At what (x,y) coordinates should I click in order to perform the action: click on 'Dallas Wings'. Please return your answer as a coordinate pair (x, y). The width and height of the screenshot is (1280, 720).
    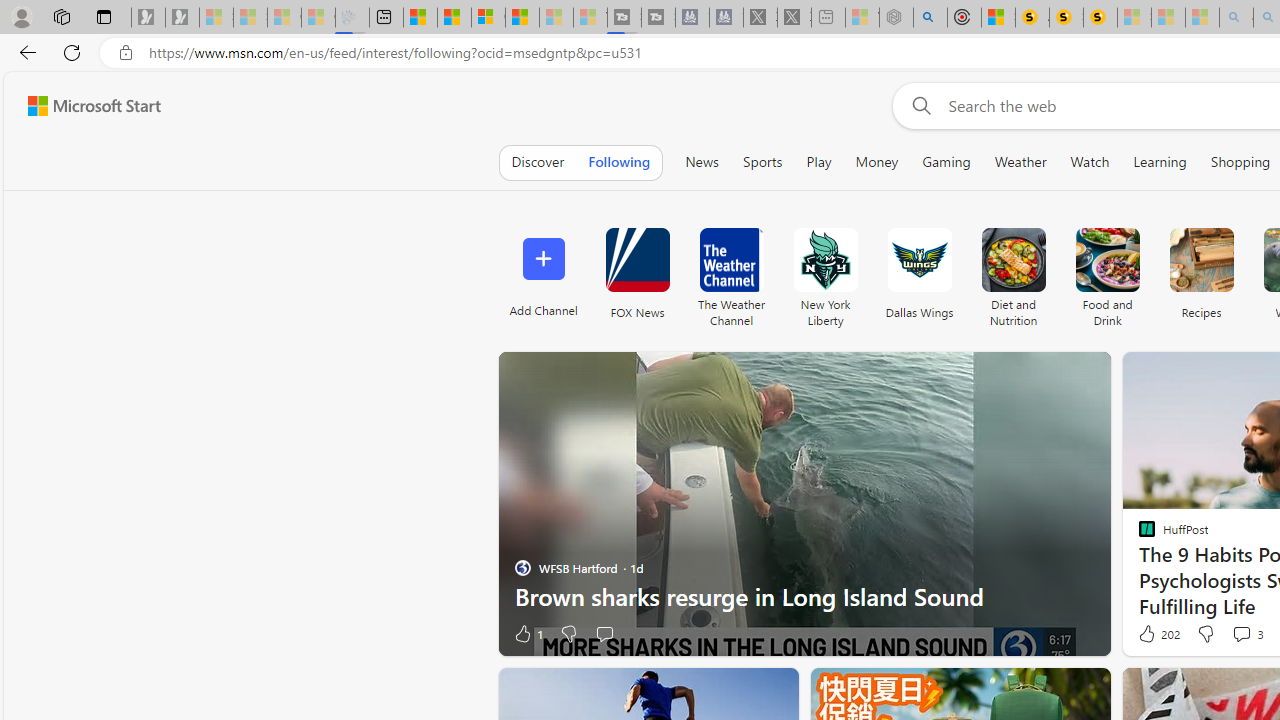
    Looking at the image, I should click on (918, 272).